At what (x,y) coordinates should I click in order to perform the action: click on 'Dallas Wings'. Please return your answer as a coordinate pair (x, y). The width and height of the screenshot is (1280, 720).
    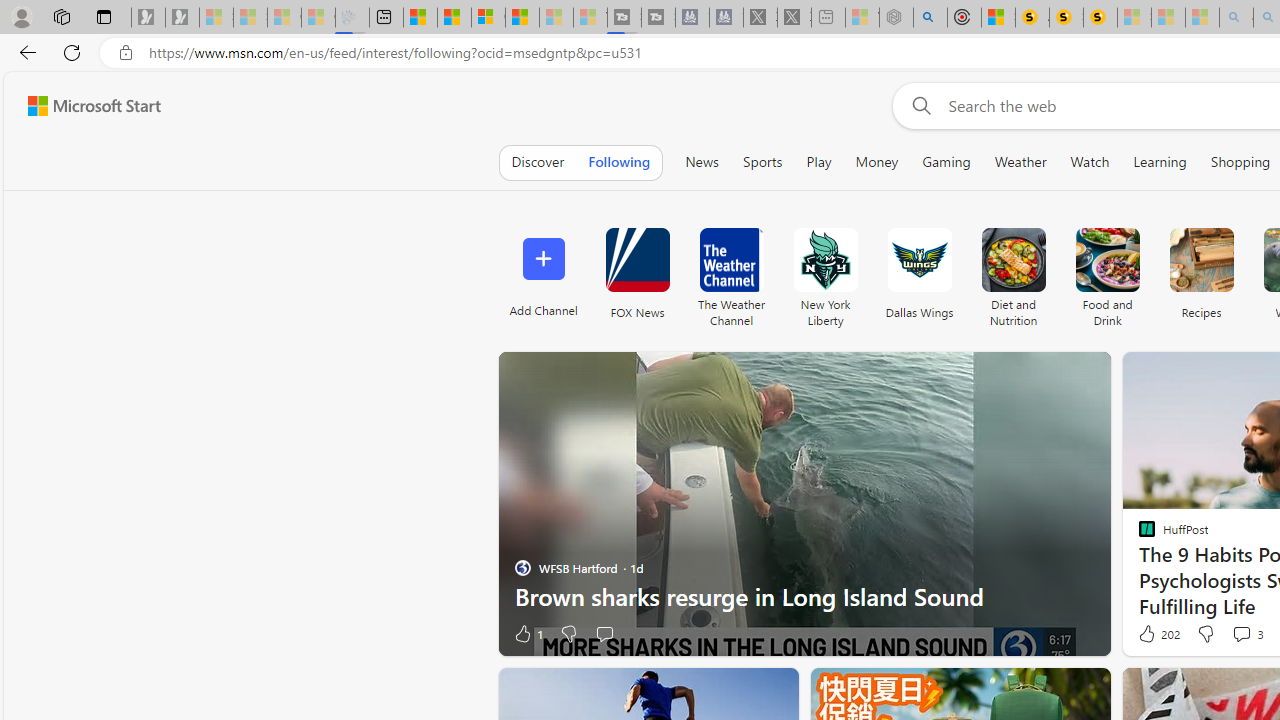
    Looking at the image, I should click on (918, 272).